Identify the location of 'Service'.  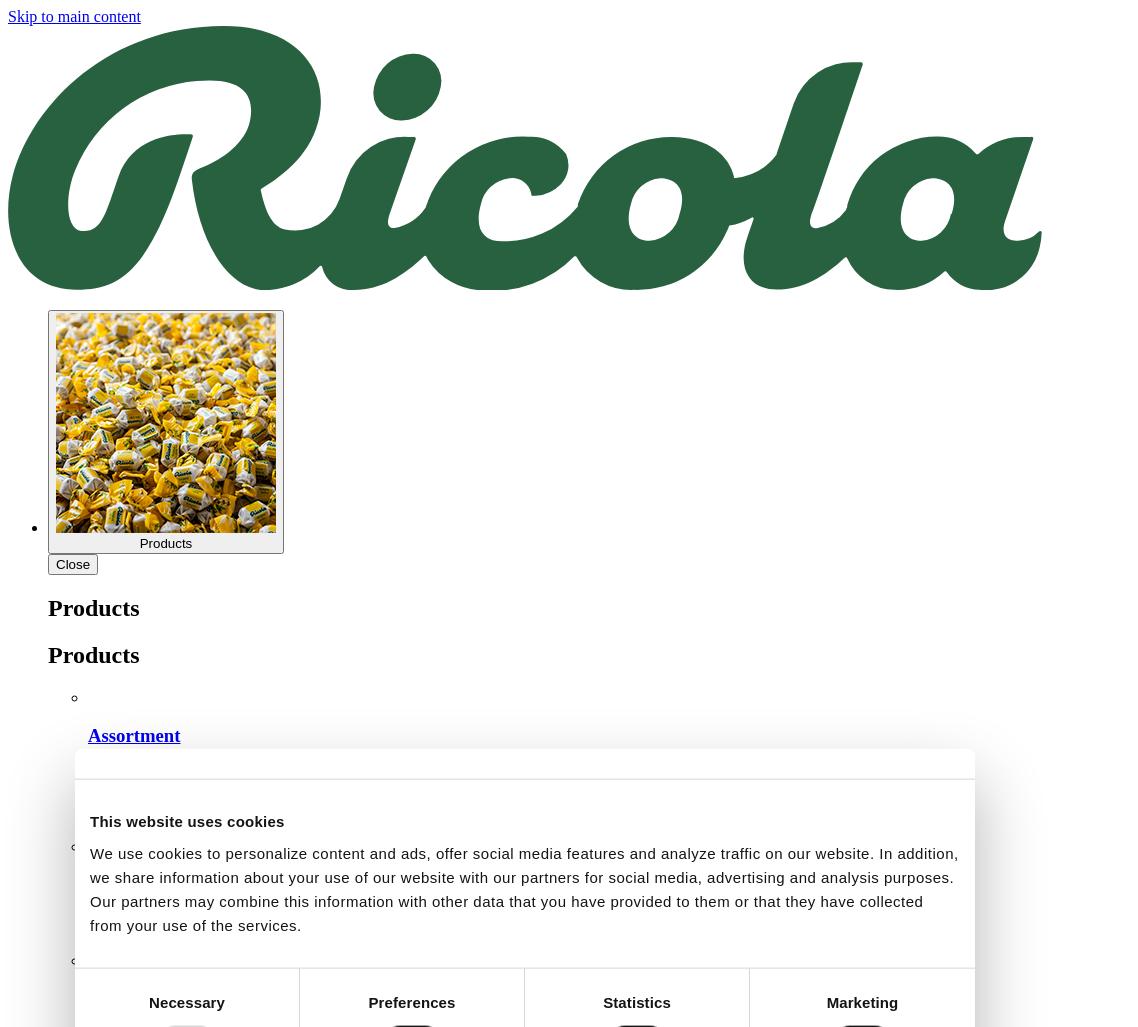
(86, 997).